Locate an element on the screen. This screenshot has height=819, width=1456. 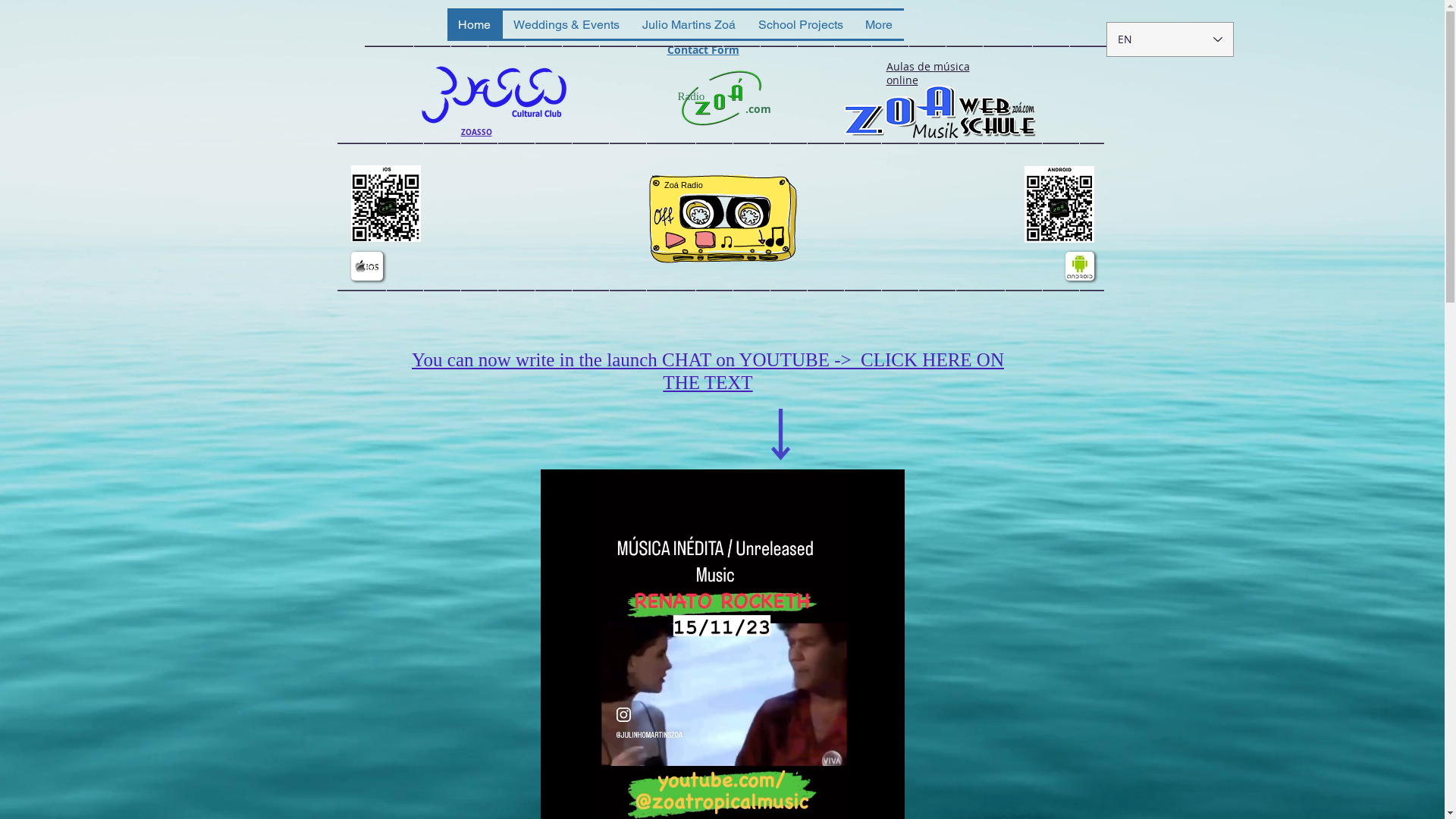
'ZOASSO' is located at coordinates (475, 130).